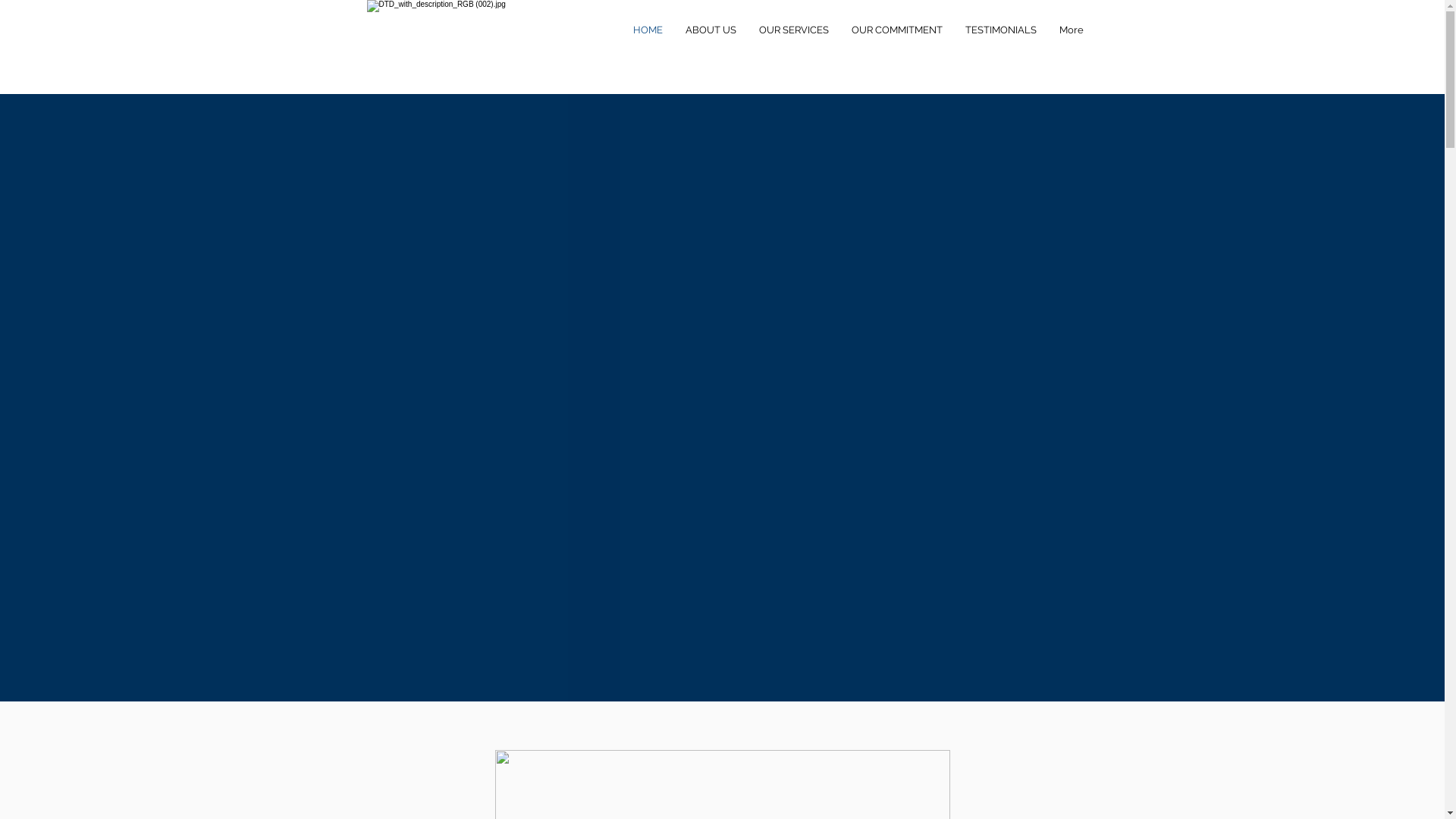 The width and height of the screenshot is (1456, 819). What do you see at coordinates (622, 30) in the screenshot?
I see `'HOME'` at bounding box center [622, 30].